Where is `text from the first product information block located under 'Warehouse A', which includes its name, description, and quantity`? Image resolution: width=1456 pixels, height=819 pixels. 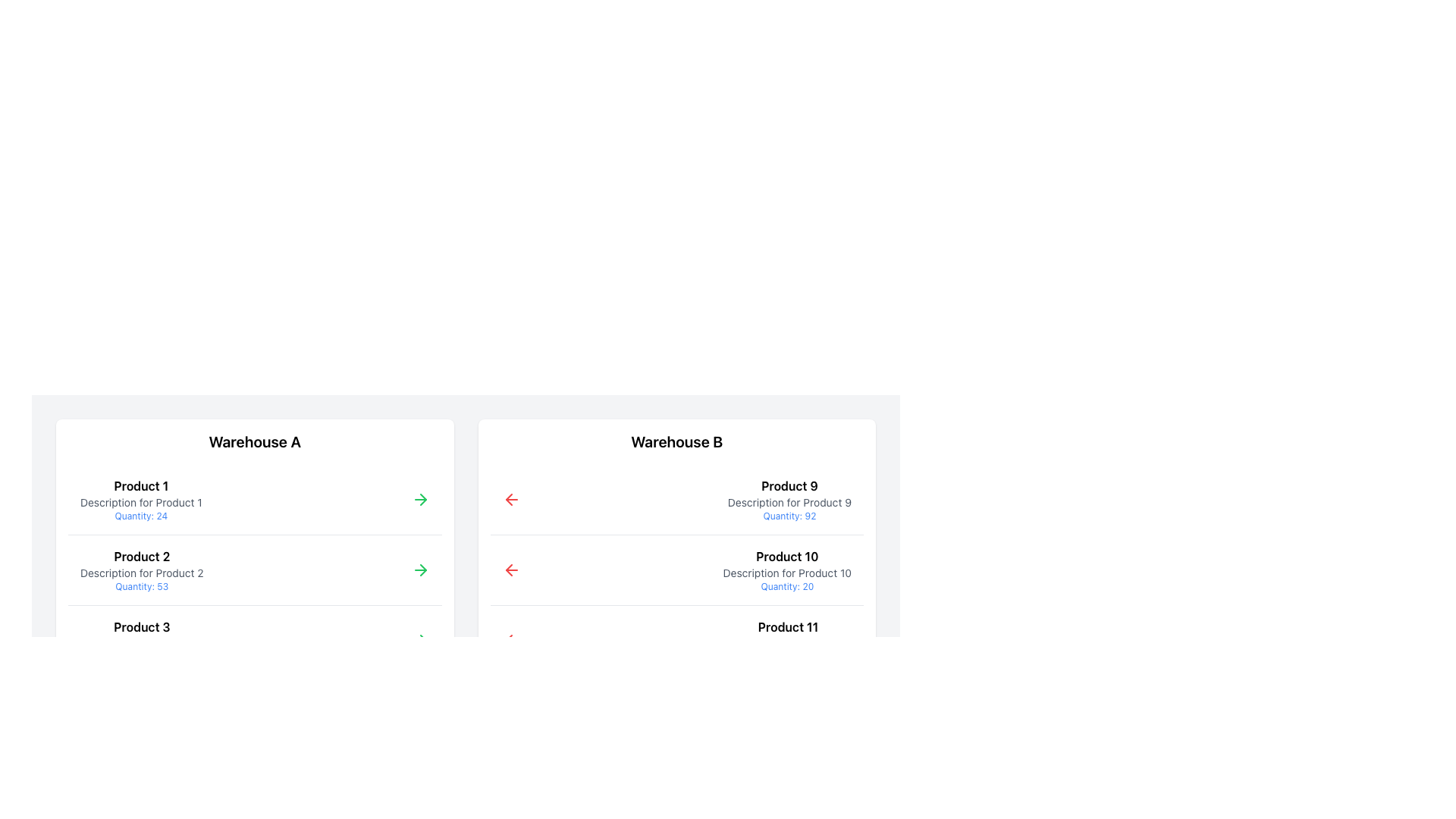
text from the first product information block located under 'Warehouse A', which includes its name, description, and quantity is located at coordinates (141, 500).